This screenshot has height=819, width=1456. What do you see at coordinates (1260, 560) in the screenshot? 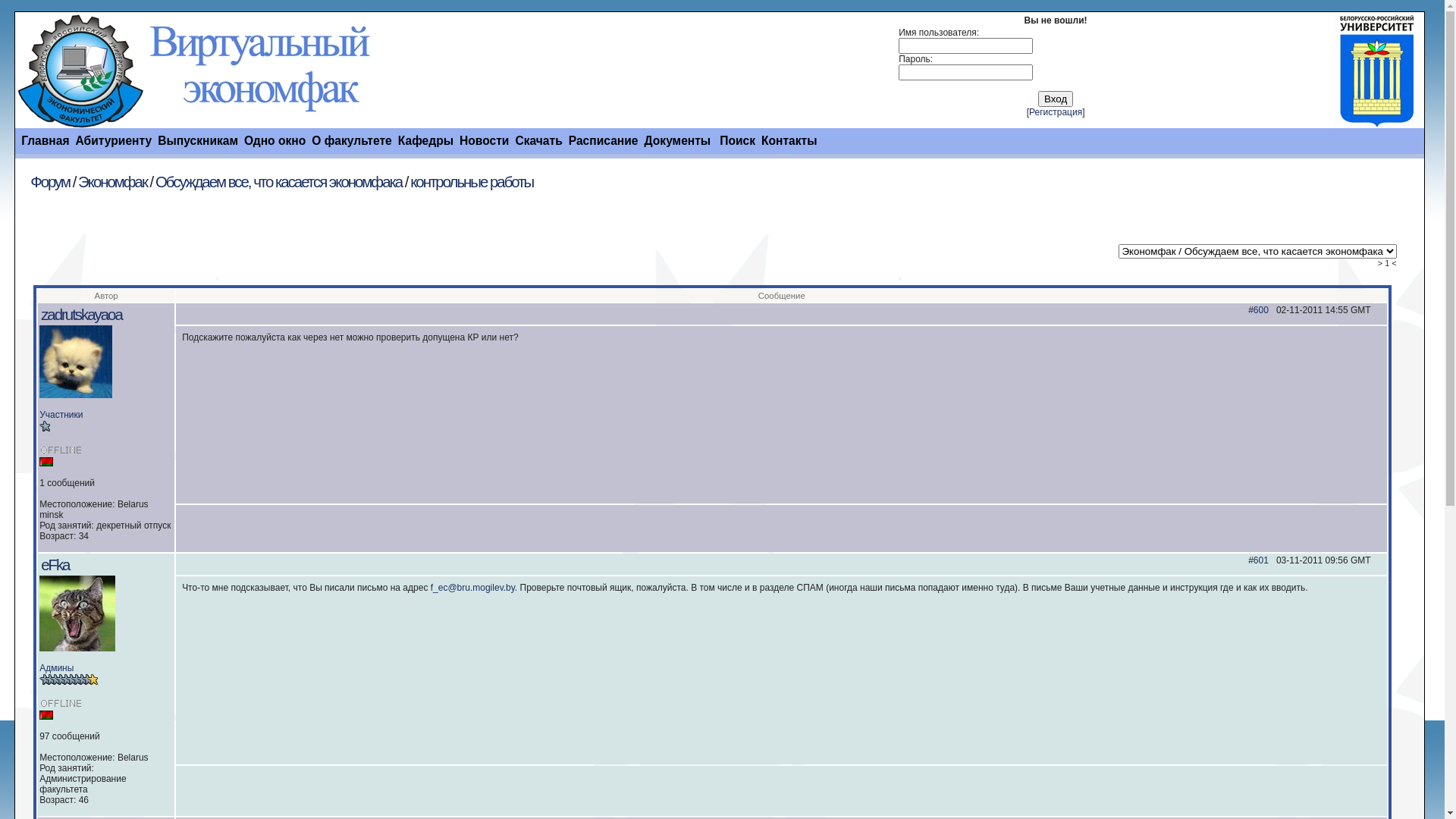
I see `'601'` at bounding box center [1260, 560].